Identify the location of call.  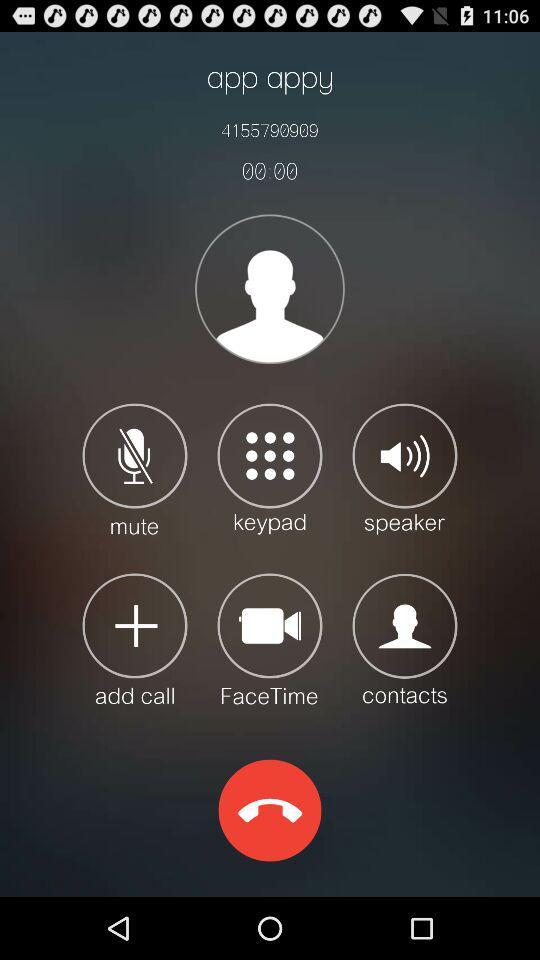
(135, 637).